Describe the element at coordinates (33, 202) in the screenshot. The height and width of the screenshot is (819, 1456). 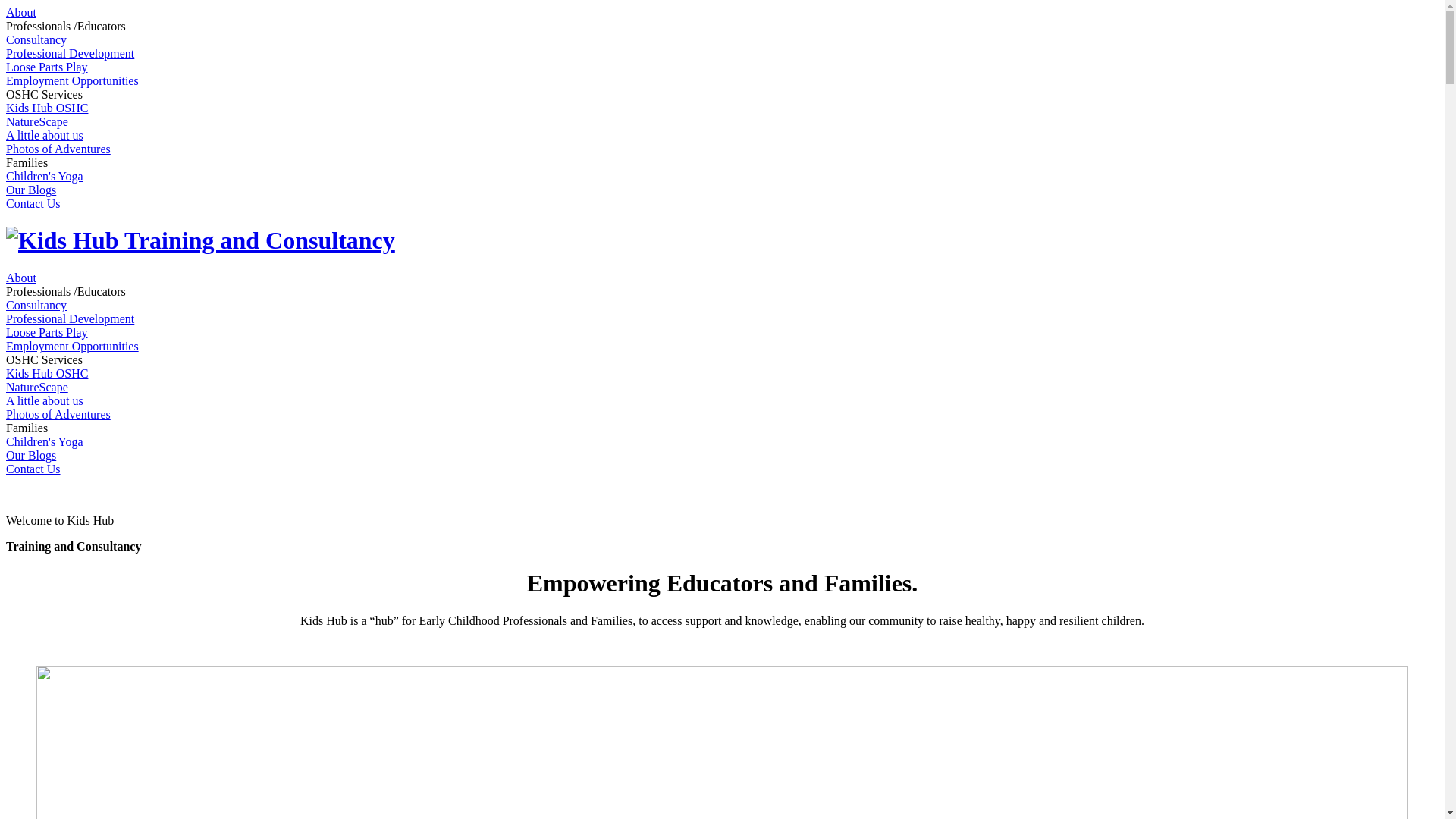
I see `'Contact Us'` at that location.